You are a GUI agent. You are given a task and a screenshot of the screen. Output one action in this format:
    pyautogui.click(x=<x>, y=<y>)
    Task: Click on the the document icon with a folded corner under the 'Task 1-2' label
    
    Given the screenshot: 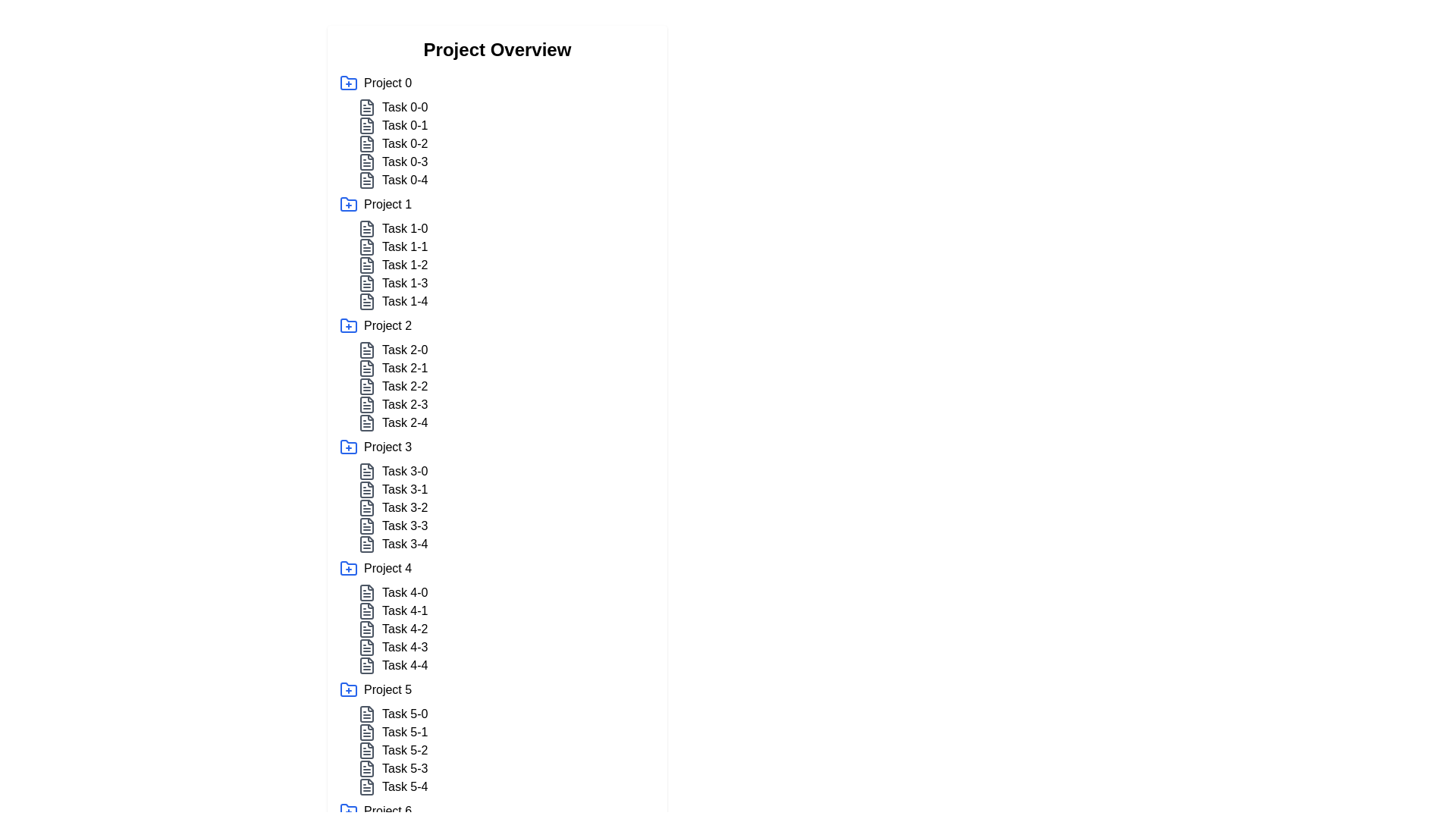 What is the action you would take?
    pyautogui.click(x=367, y=265)
    